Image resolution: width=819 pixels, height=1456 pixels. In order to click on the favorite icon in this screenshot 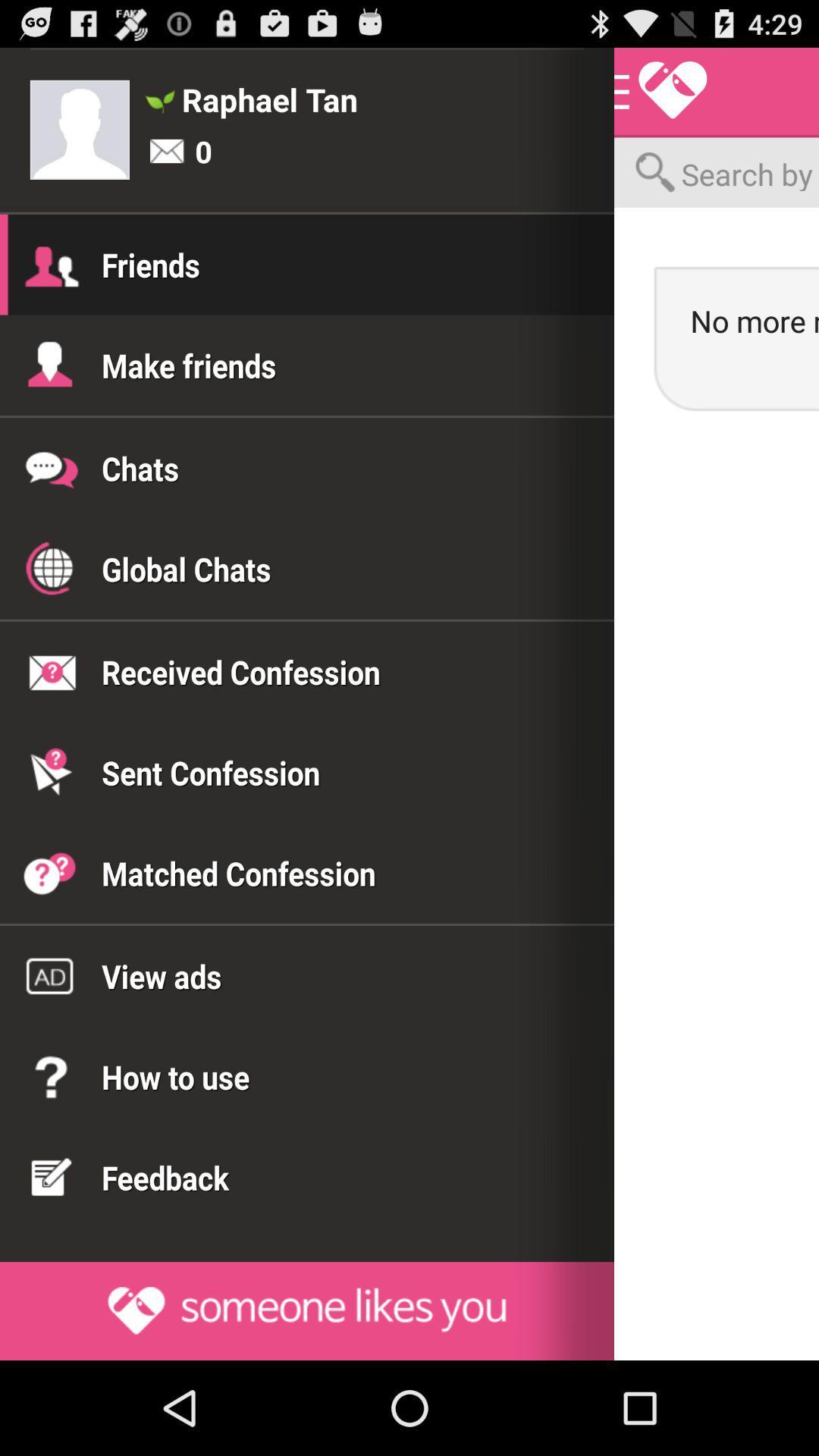, I will do `click(661, 98)`.